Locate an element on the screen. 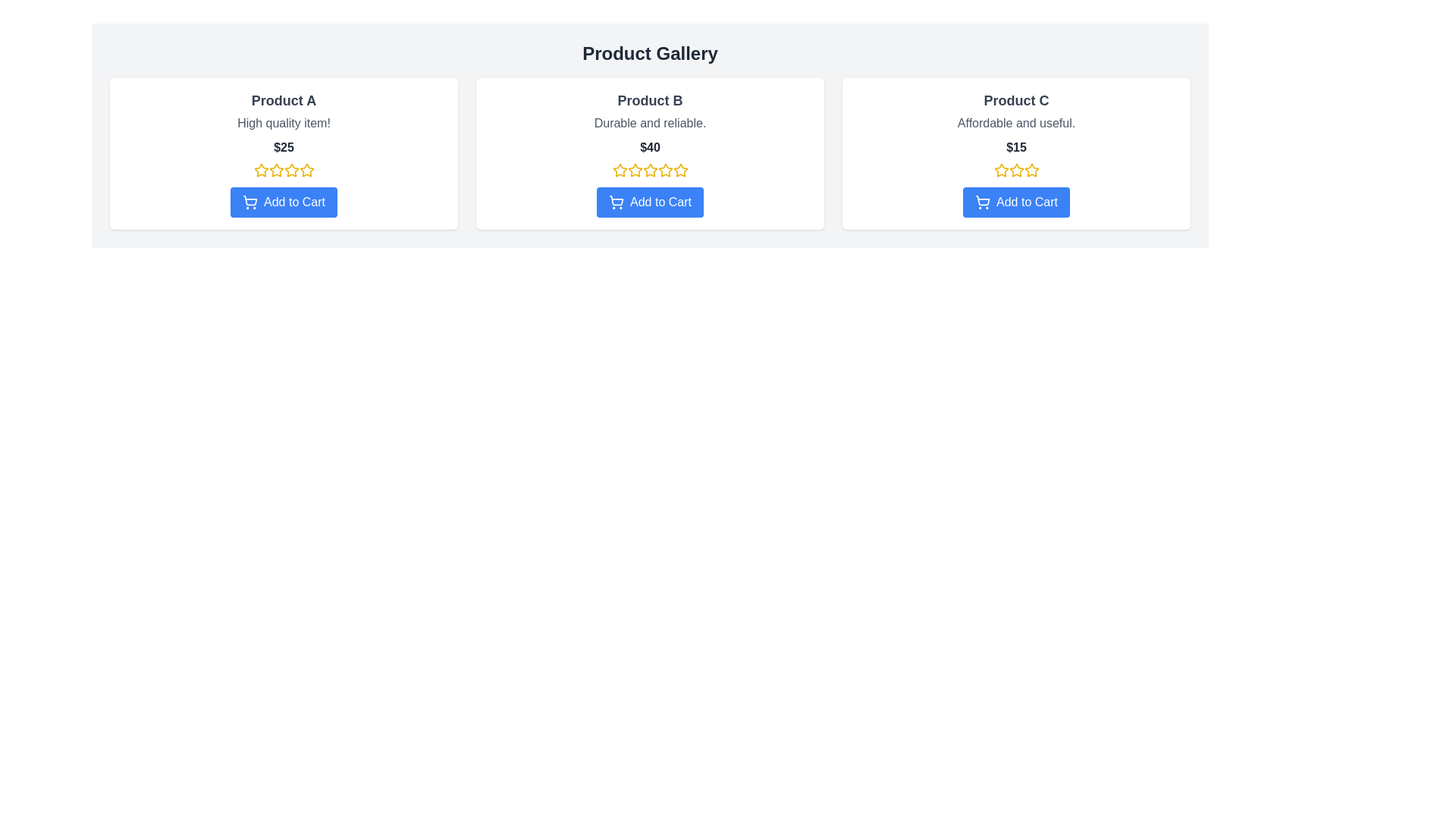  the shopping cart icon located in the top-left part of the 'Add to Cart' button on the card for 'Product A' is located at coordinates (250, 201).